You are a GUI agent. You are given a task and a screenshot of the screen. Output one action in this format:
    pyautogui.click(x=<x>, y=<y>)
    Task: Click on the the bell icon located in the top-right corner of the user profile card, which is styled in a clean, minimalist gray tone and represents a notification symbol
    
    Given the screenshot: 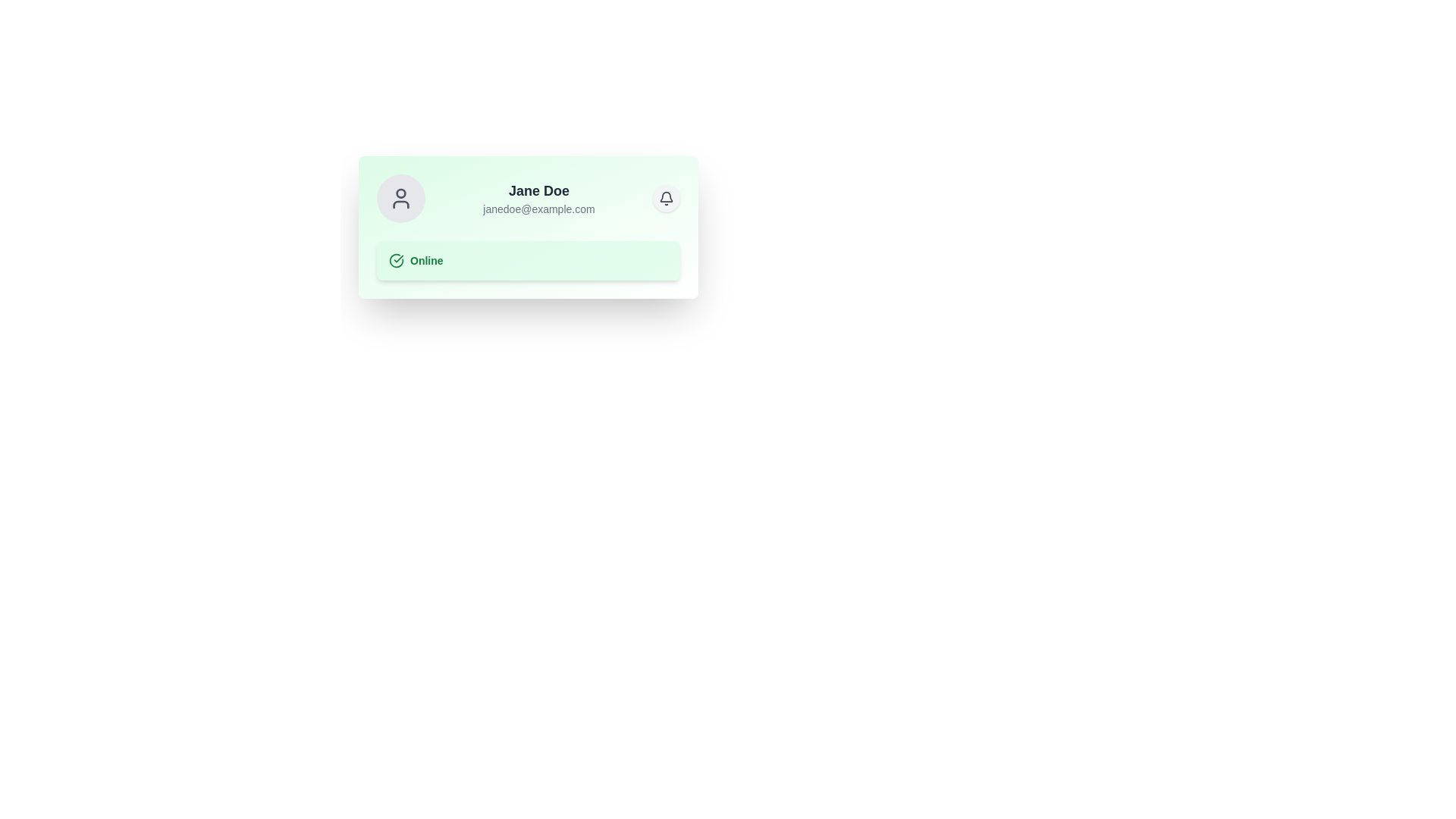 What is the action you would take?
    pyautogui.click(x=666, y=196)
    